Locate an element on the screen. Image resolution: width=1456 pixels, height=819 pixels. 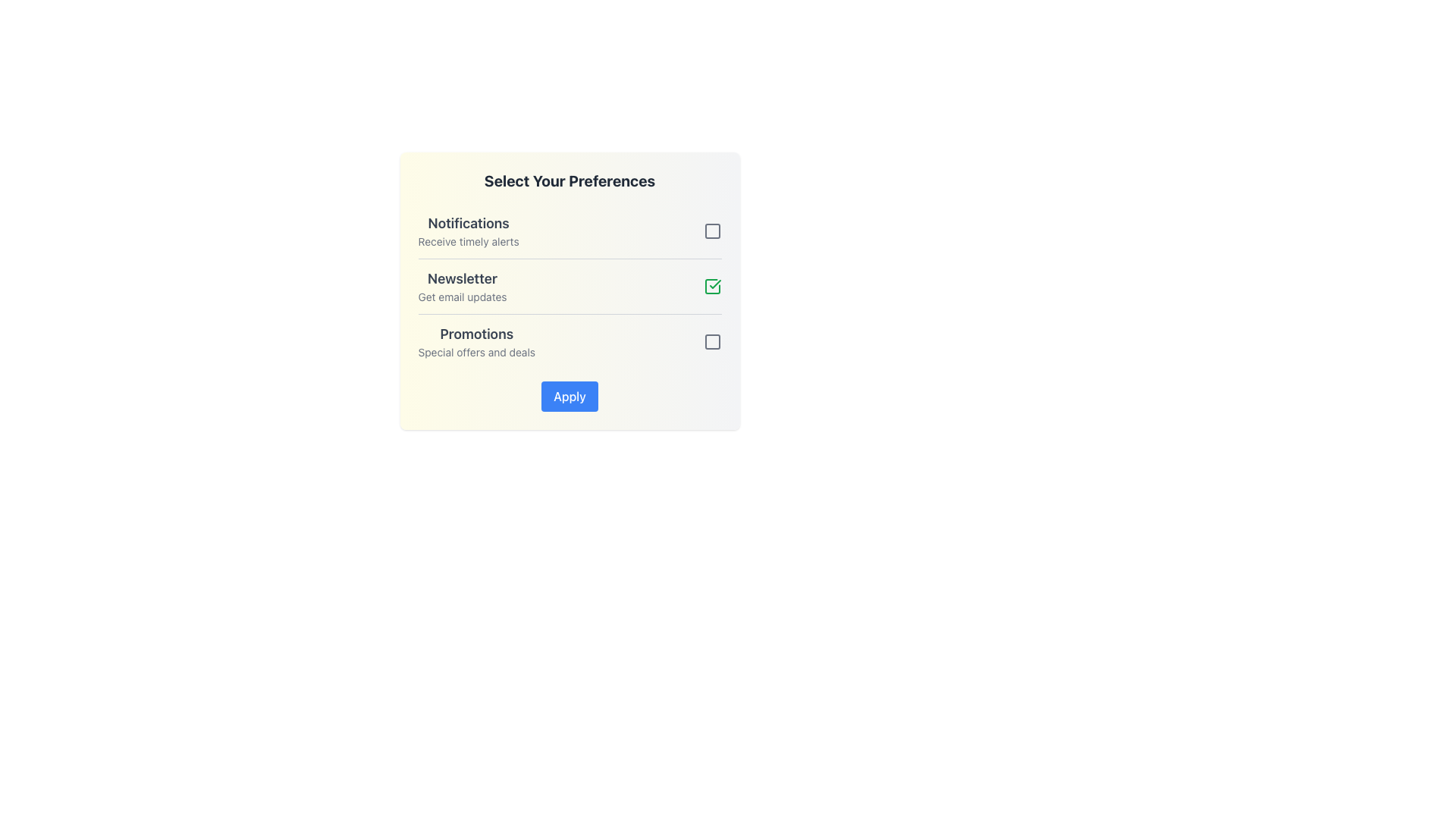
the subtitle text under the 'Promotions' heading in the 'Select Your Preferences' panel, which is aligned to the left of a checkbox is located at coordinates (475, 353).